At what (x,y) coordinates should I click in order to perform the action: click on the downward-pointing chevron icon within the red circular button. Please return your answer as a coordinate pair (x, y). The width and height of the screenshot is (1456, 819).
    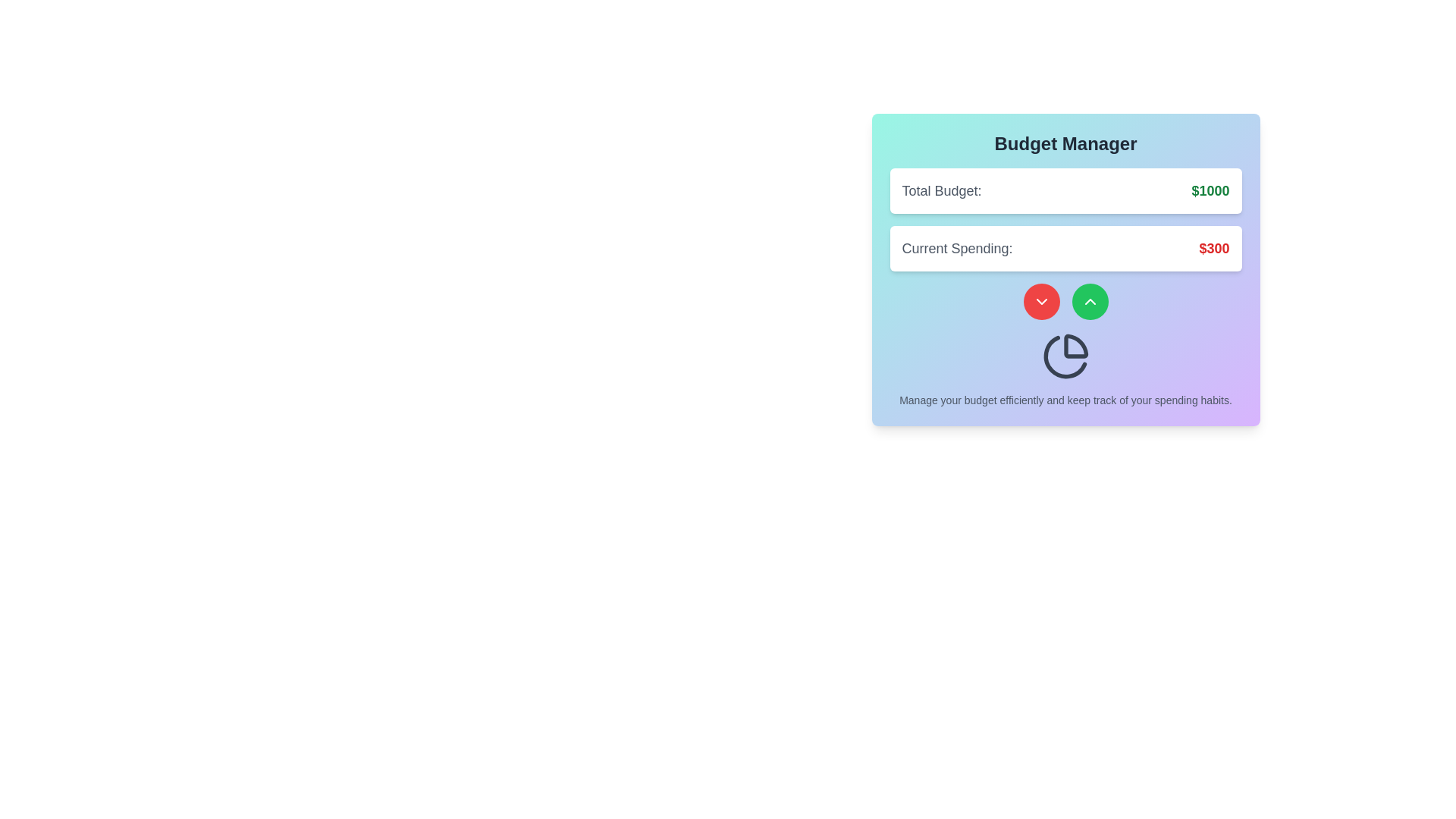
    Looking at the image, I should click on (1040, 301).